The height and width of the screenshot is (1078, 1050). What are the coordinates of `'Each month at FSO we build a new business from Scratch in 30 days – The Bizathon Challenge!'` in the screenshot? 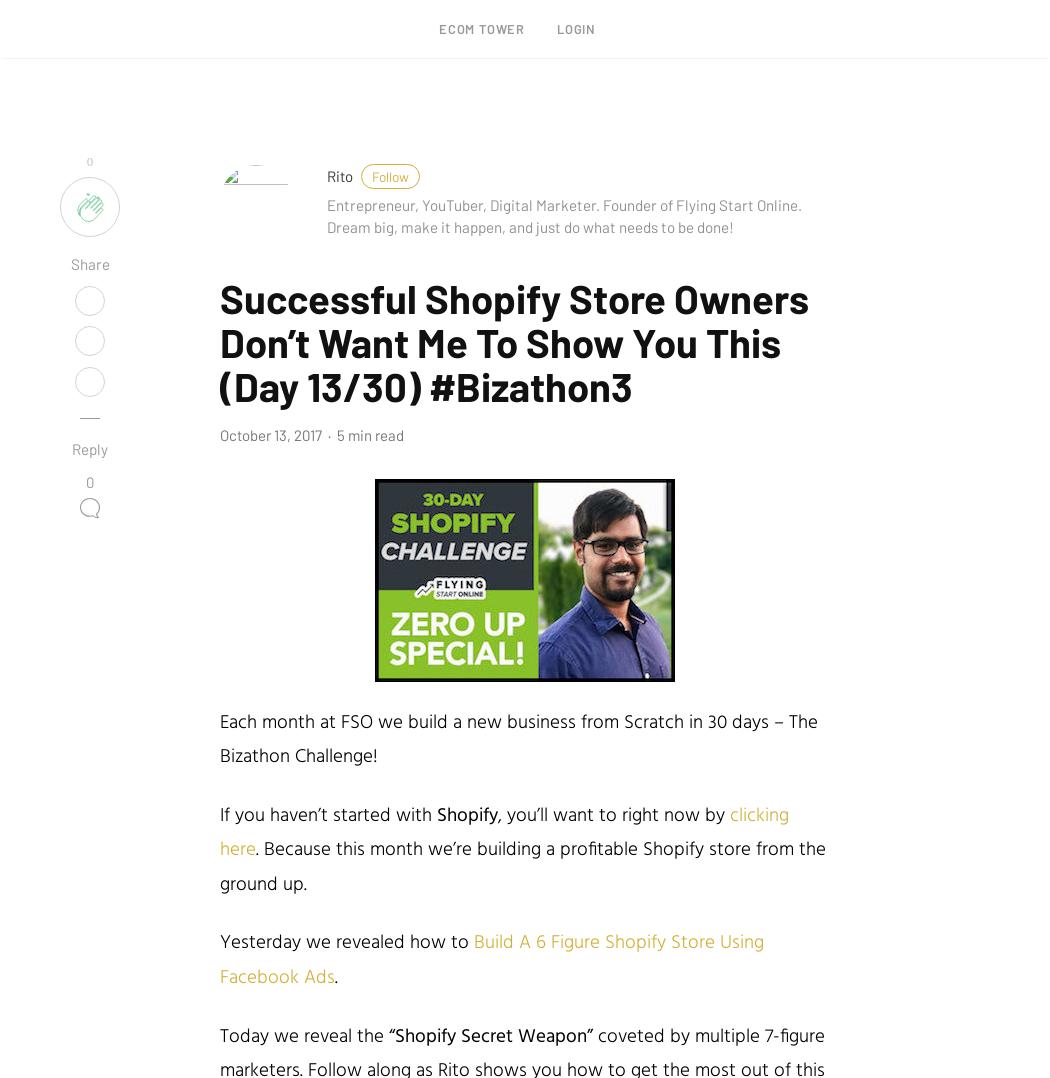 It's located at (518, 739).